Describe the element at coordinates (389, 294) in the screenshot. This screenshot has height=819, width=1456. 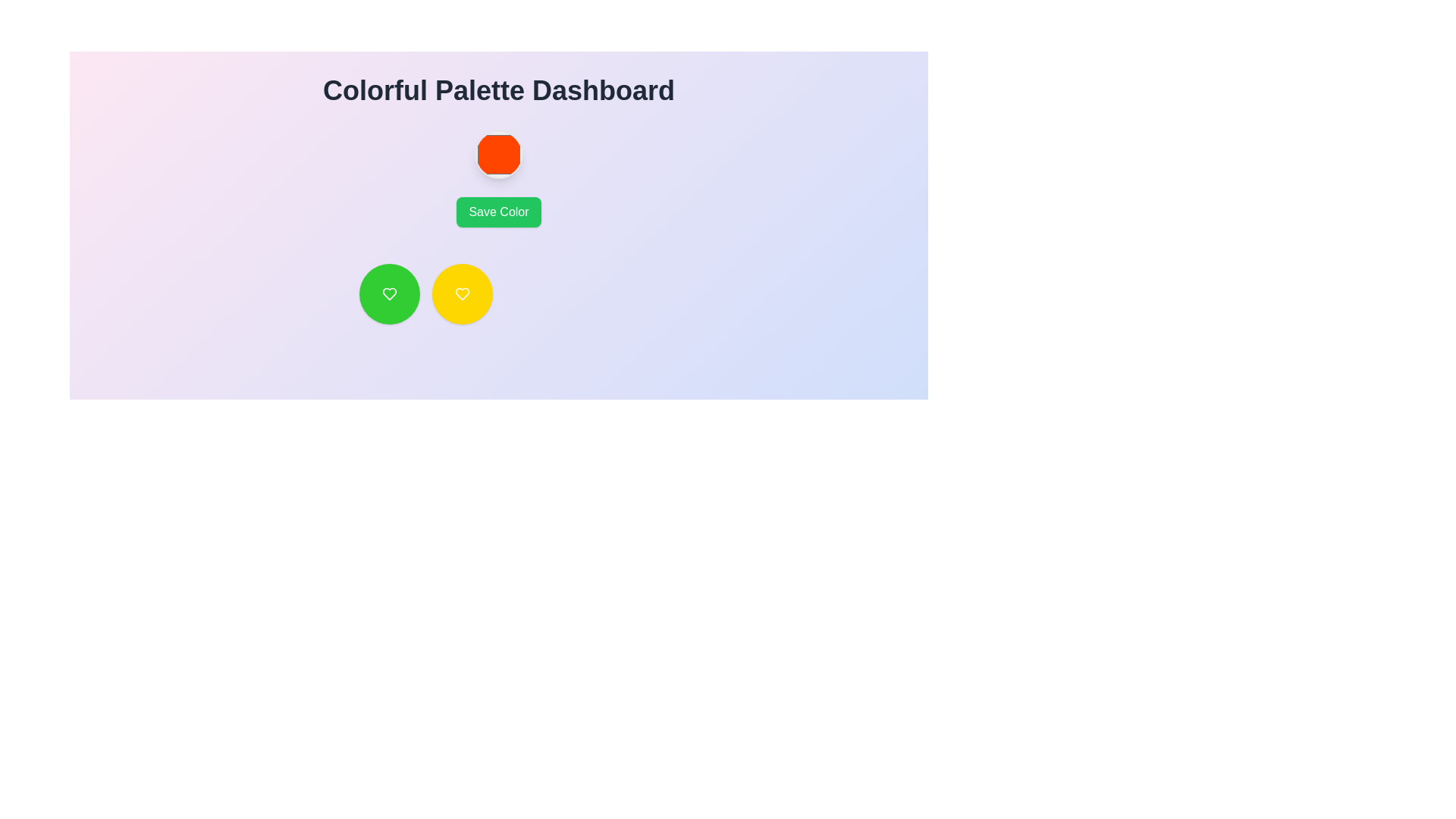
I see `the heart icon embedded within the green circular button, which represents a 'like' or 'favorite' action, located to the left of a yellow circular button` at that location.